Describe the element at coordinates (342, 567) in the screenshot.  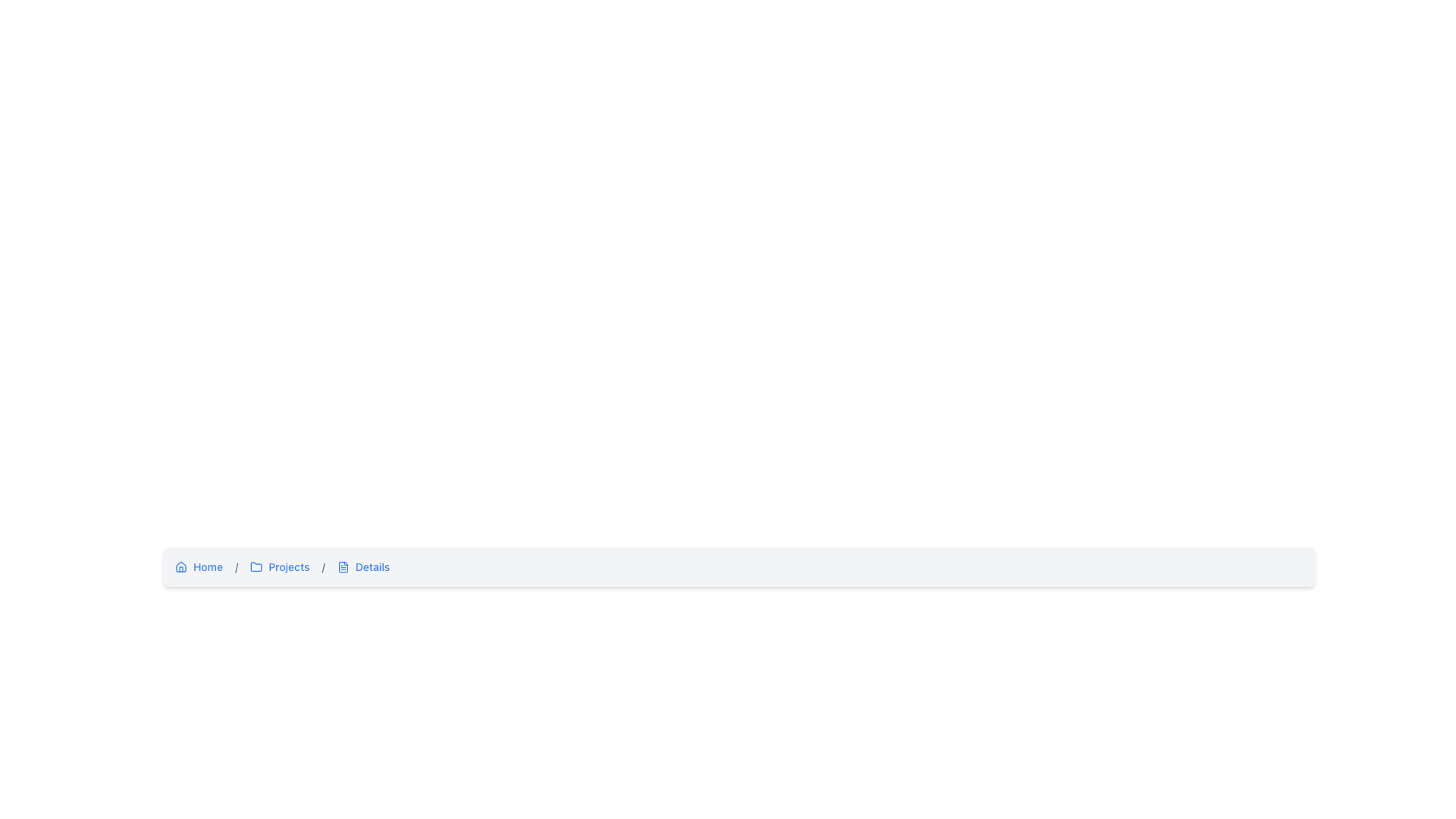
I see `the document icon in the breadcrumb navigation bar, which visually represents a file and is positioned between the 'Projects' and 'Details' sections` at that location.